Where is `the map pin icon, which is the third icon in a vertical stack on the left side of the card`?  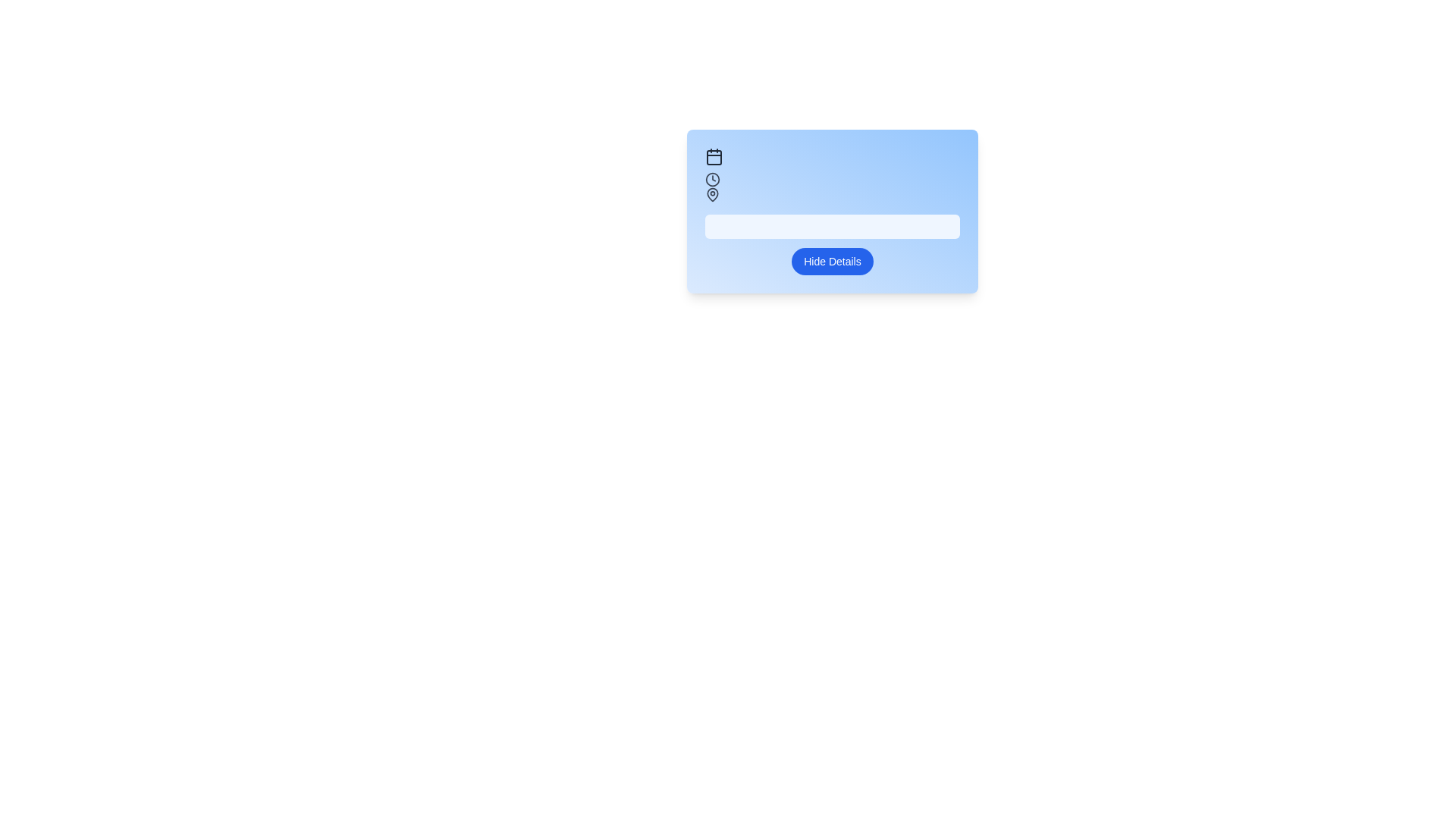 the map pin icon, which is the third icon in a vertical stack on the left side of the card is located at coordinates (712, 194).